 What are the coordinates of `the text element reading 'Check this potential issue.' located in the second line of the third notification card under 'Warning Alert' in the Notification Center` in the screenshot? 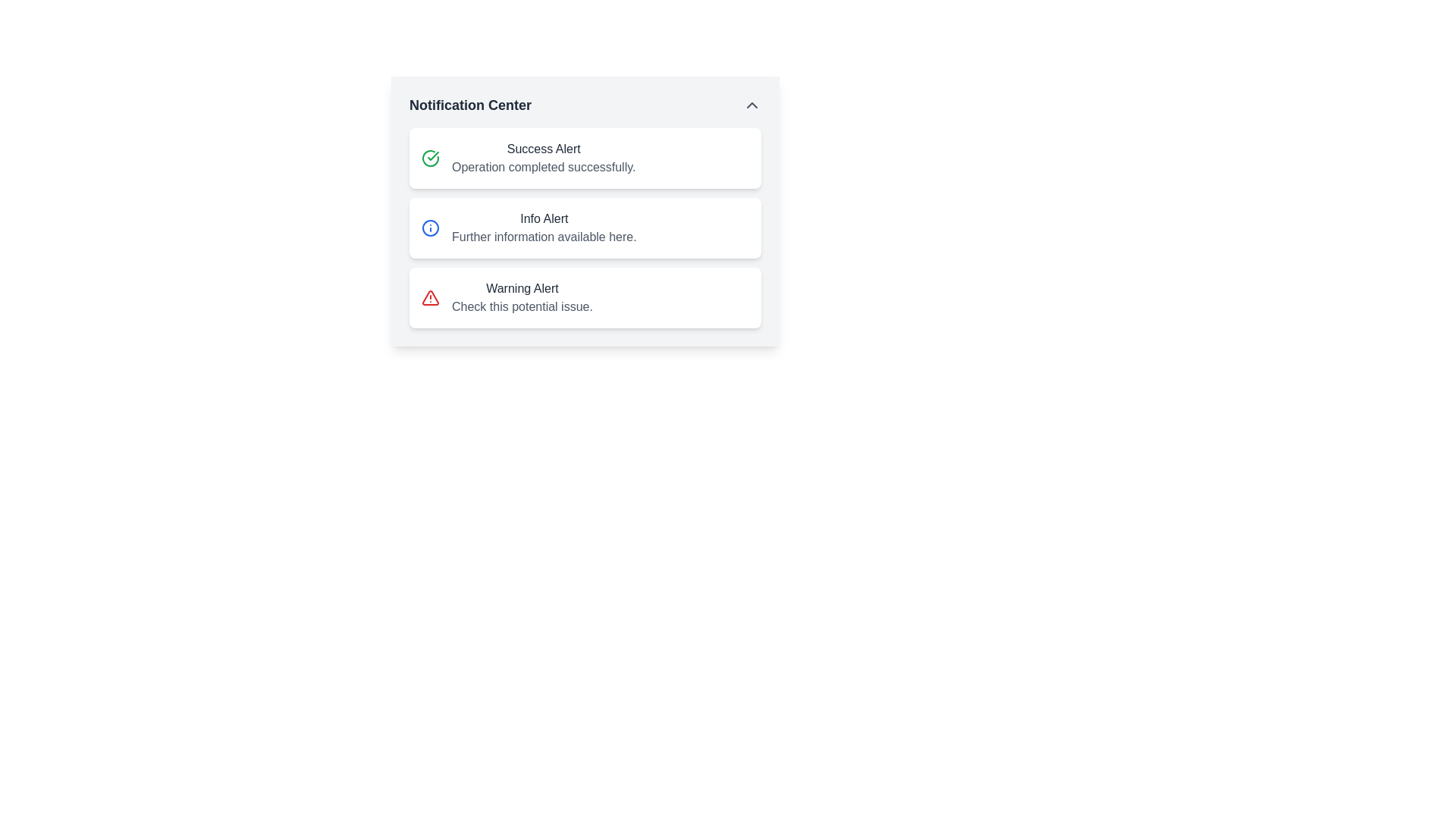 It's located at (522, 307).